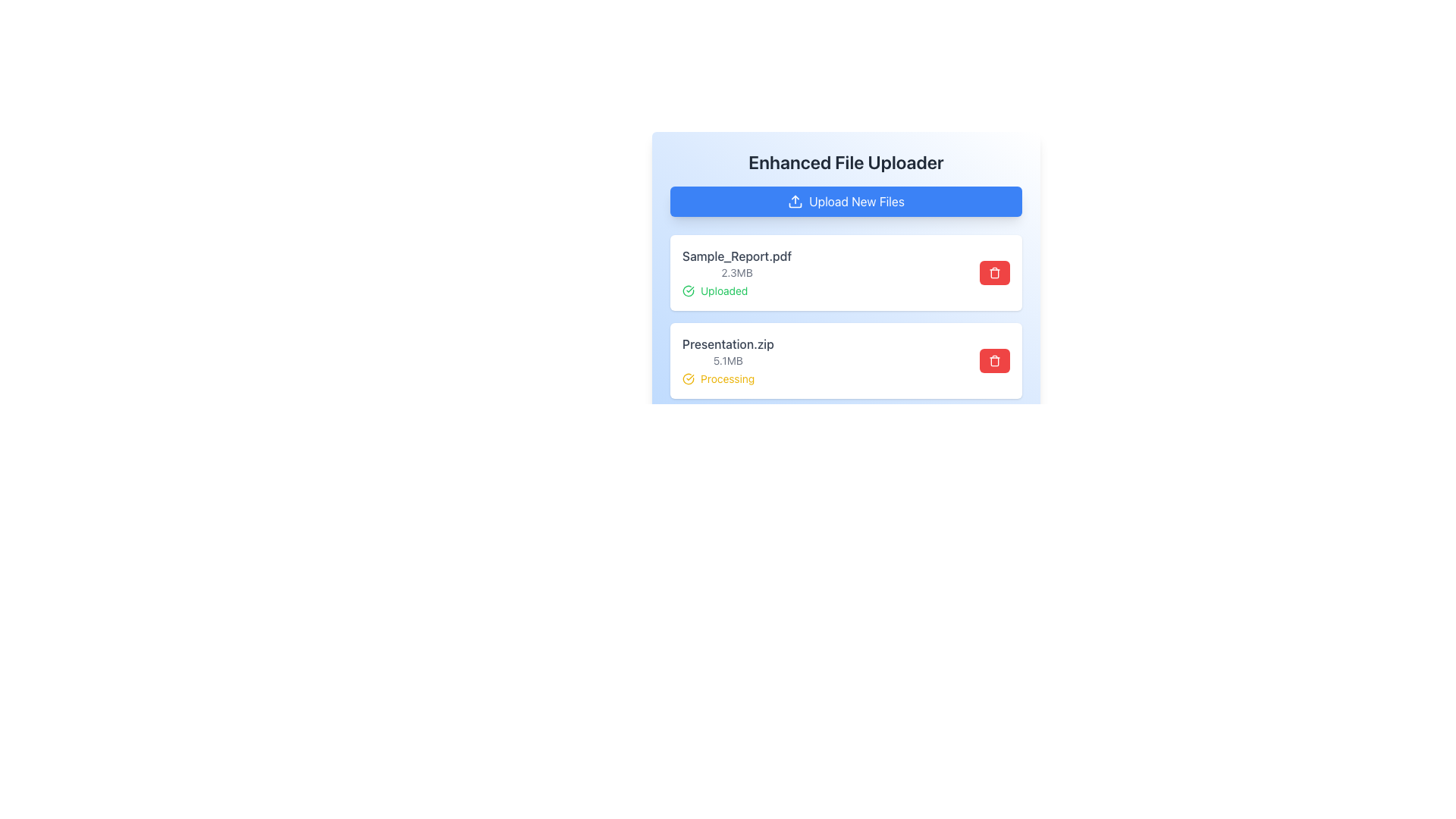 The image size is (1456, 819). What do you see at coordinates (795, 201) in the screenshot?
I see `the upward arrow icon located on the left side of the 'Upload New Files' blue button` at bounding box center [795, 201].